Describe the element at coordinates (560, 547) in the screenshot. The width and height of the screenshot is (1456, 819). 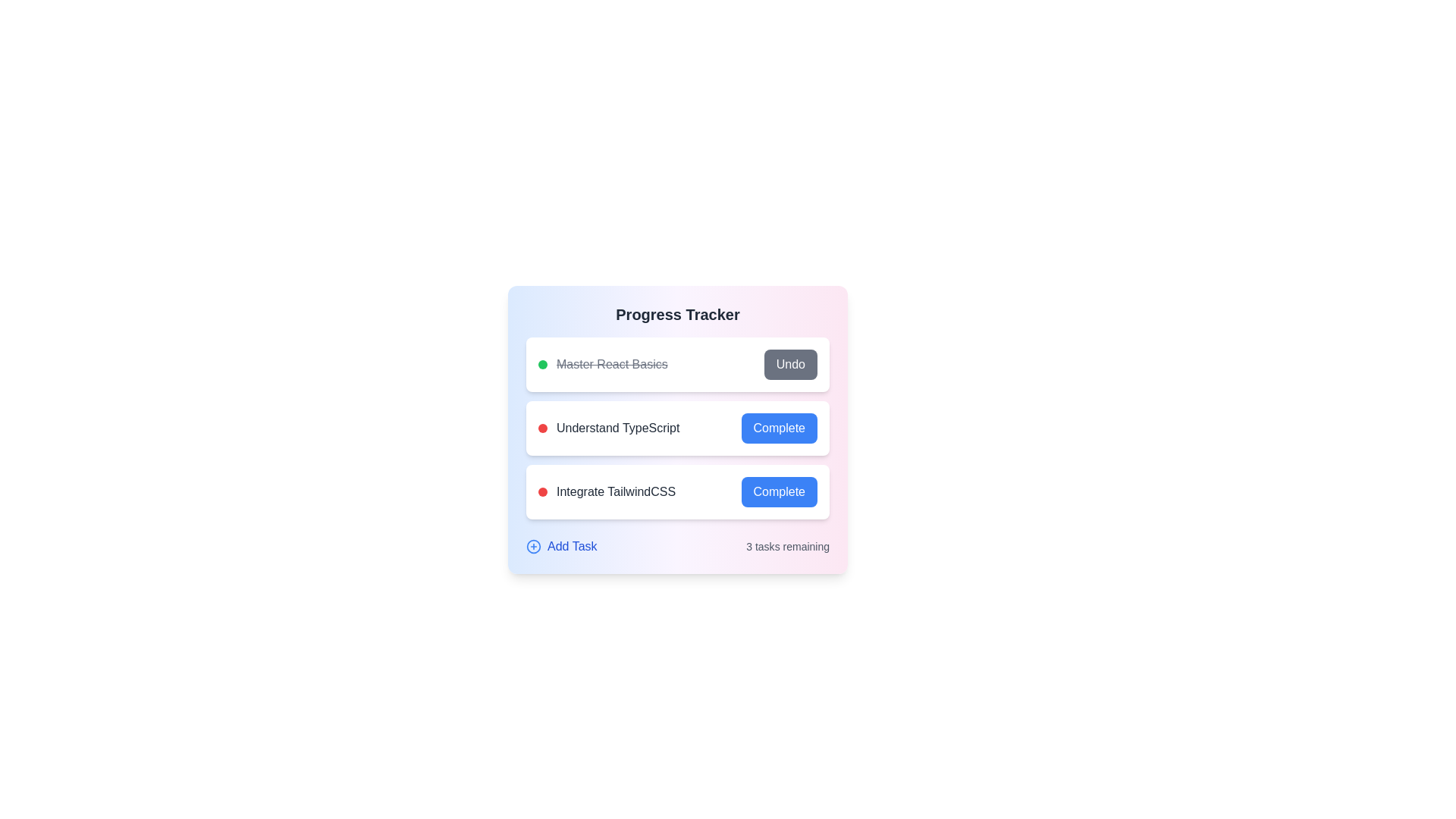
I see `the button with an icon and text label located in the bottom-left section of the 'Progress Tracker' interface` at that location.